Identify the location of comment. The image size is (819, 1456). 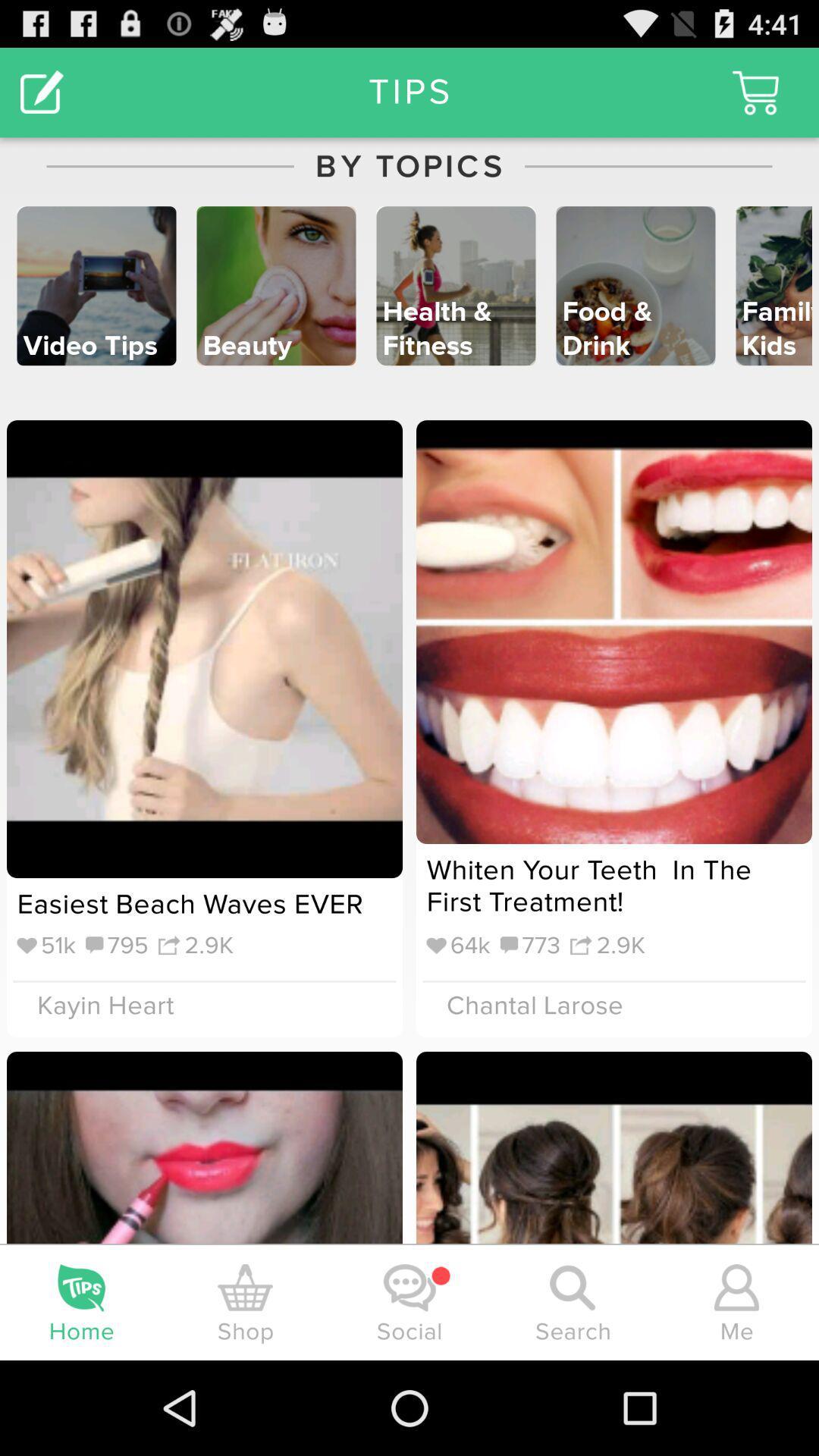
(41, 91).